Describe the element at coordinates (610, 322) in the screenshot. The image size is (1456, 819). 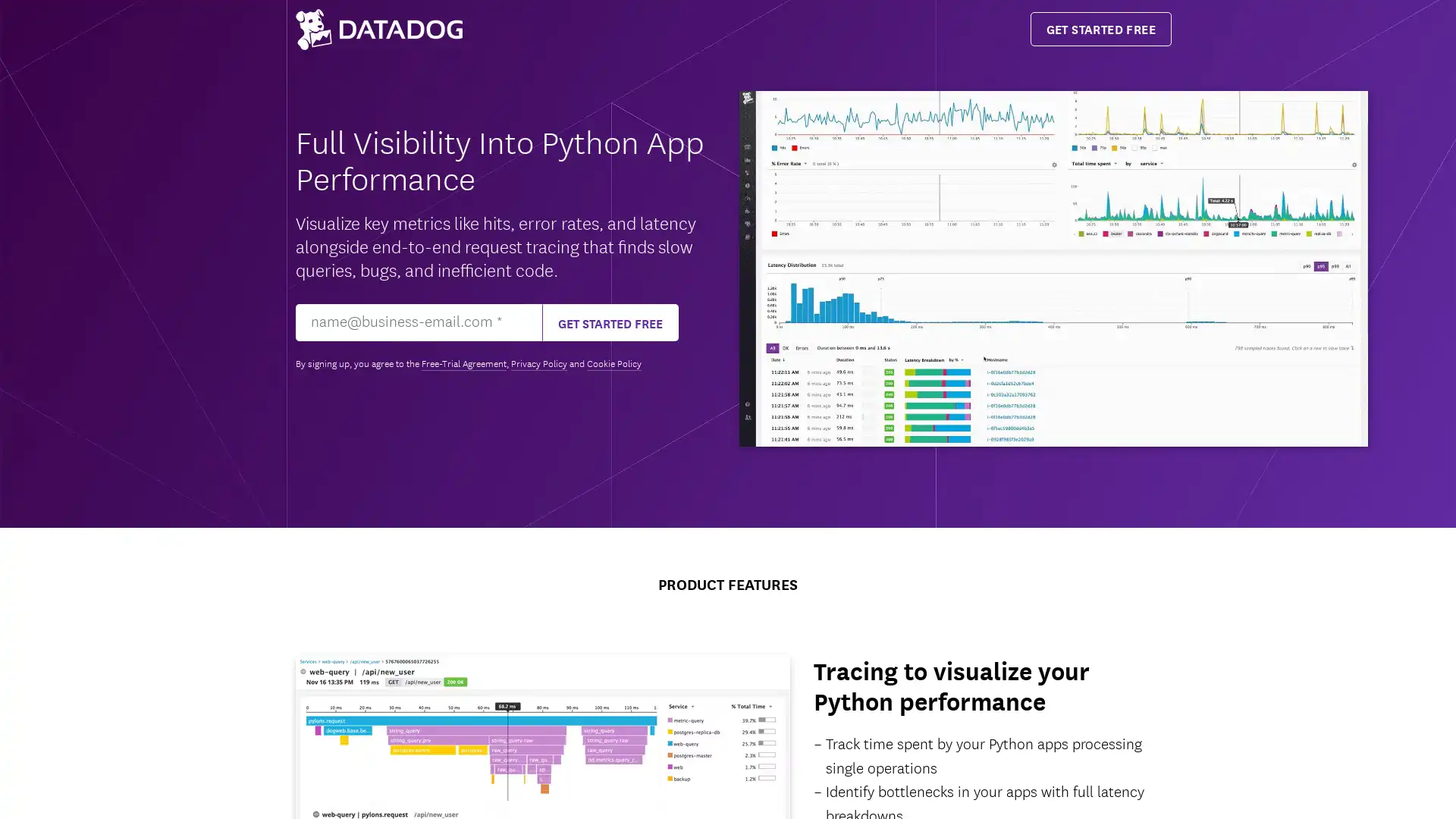
I see `GET STARTED FREE` at that location.